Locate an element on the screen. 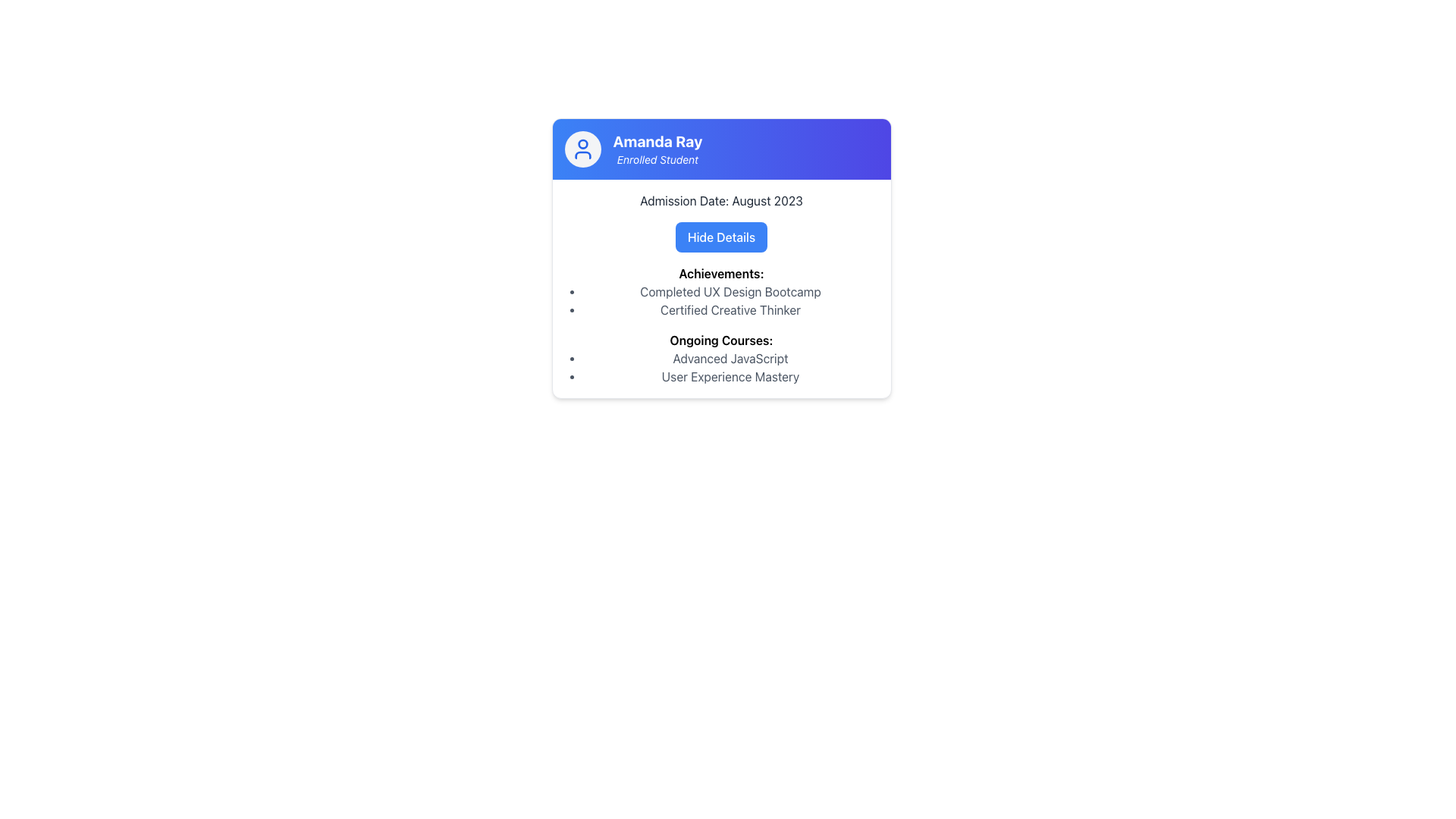 This screenshot has width=1456, height=819. the text label displaying 'User Experience Mastery' in gray, which is the second item in the bulleted list titled 'Ongoing Courses.' is located at coordinates (730, 376).